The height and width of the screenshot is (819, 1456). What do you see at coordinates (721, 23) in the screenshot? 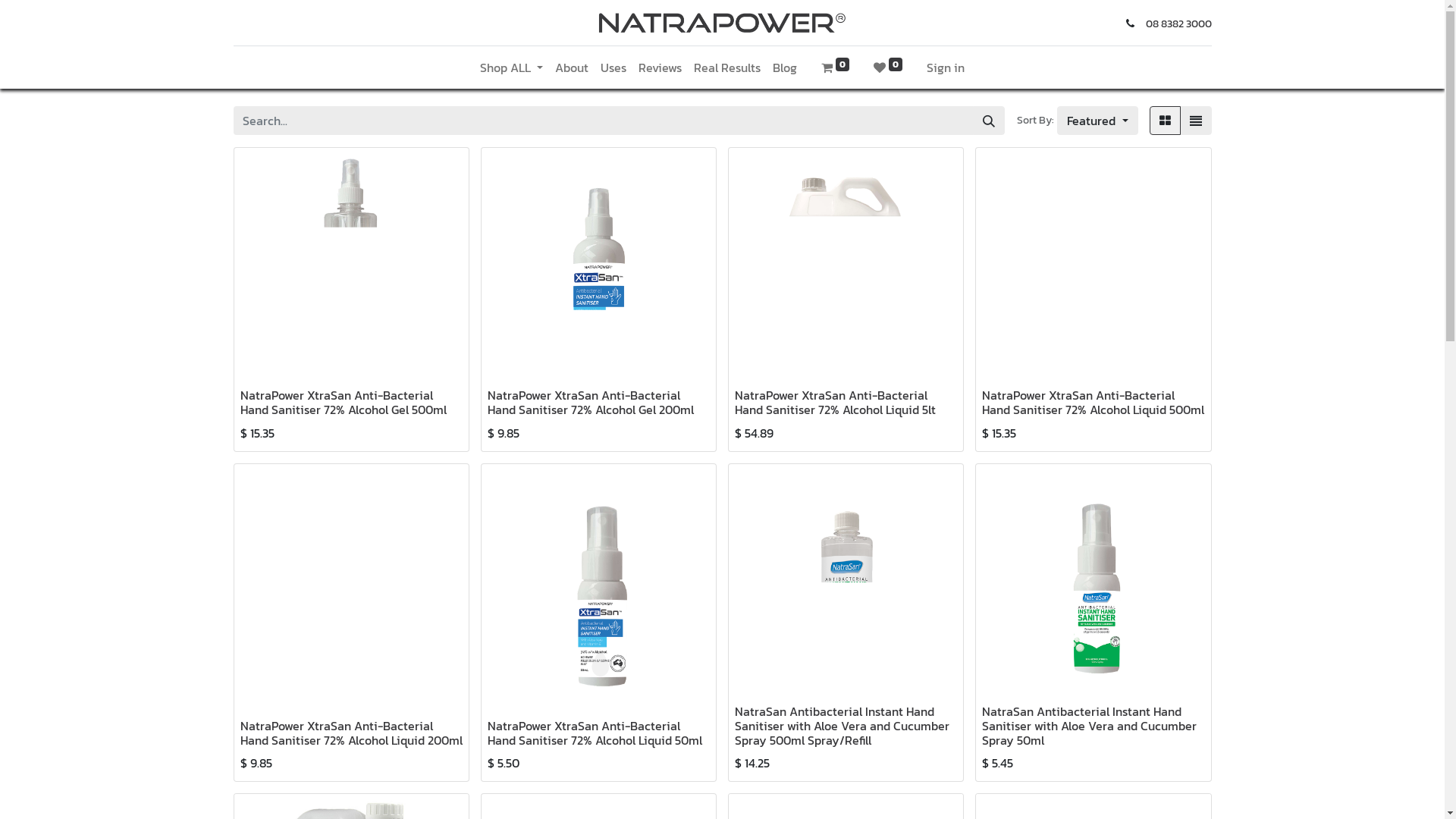
I see `'Natrapower'` at bounding box center [721, 23].